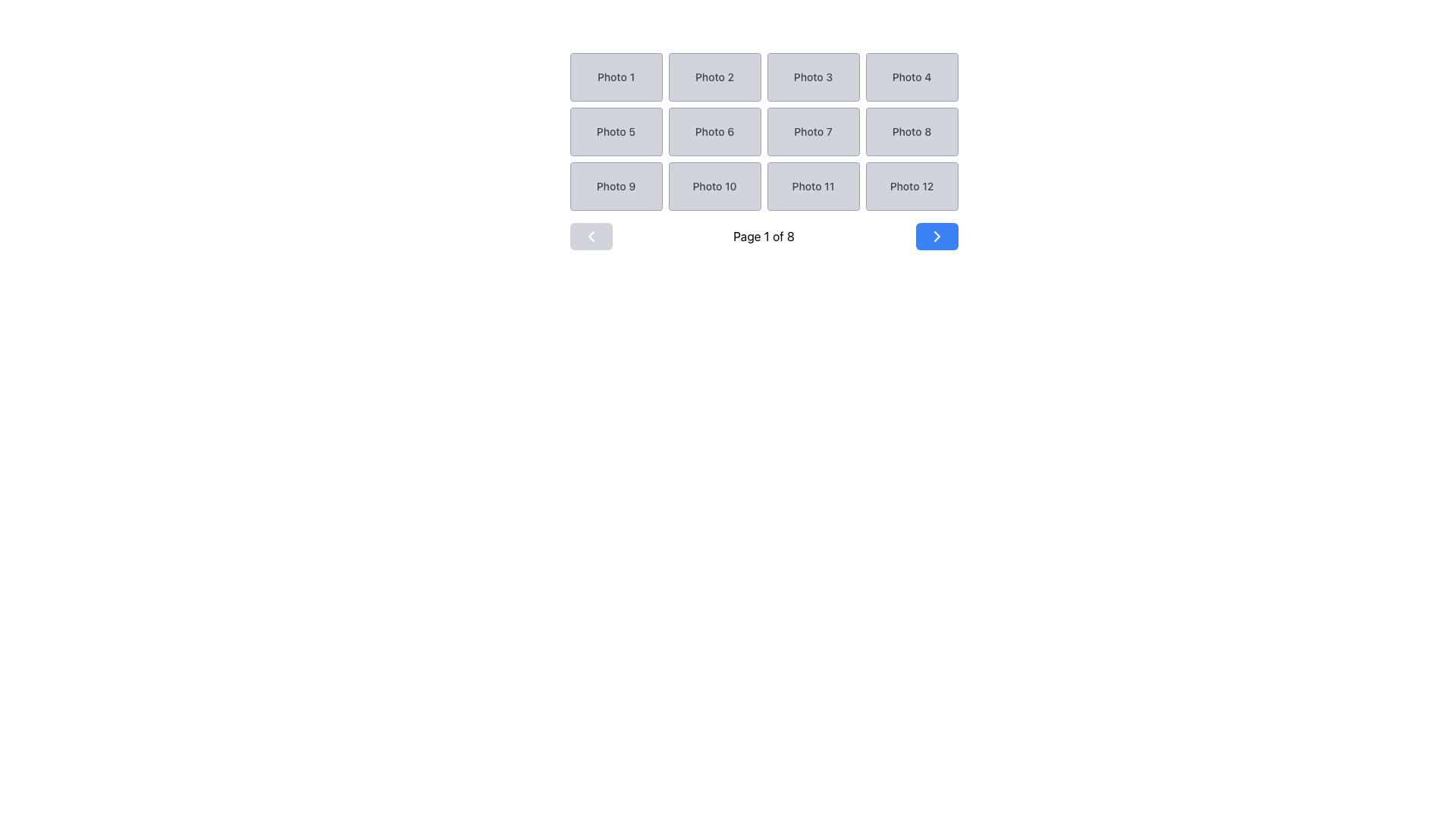 Image resolution: width=1456 pixels, height=819 pixels. Describe the element at coordinates (616, 186) in the screenshot. I see `the rectangular button labeled 'Photo 9' which has a light gray background and dark gray text, located in the third row and first column of the grid` at that location.